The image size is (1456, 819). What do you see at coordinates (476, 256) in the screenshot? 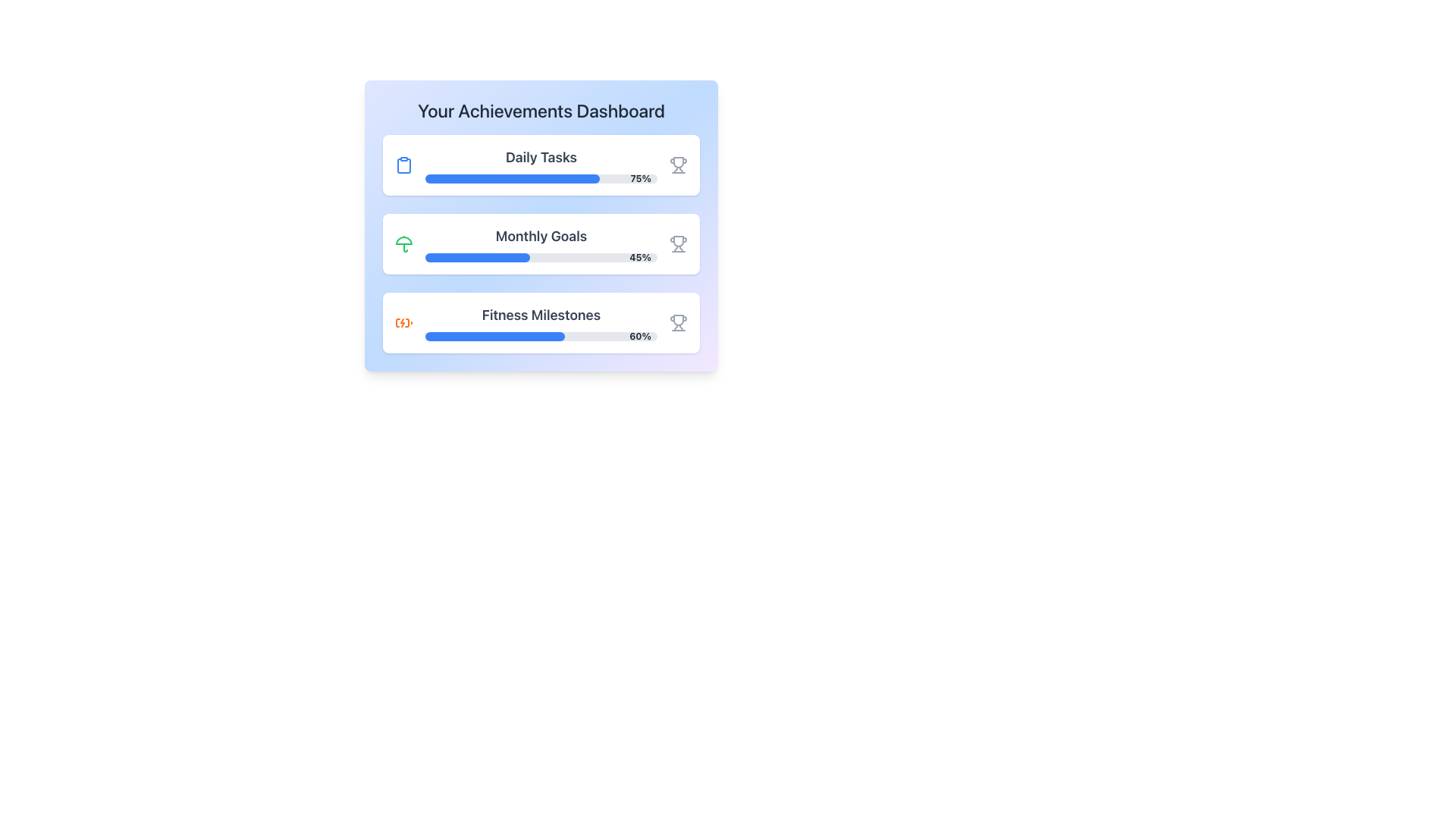
I see `the area of the blue progress bar segment indicating 45% completion within the light gray progress bar on the 'Your Achievements Dashboard' interface` at bounding box center [476, 256].